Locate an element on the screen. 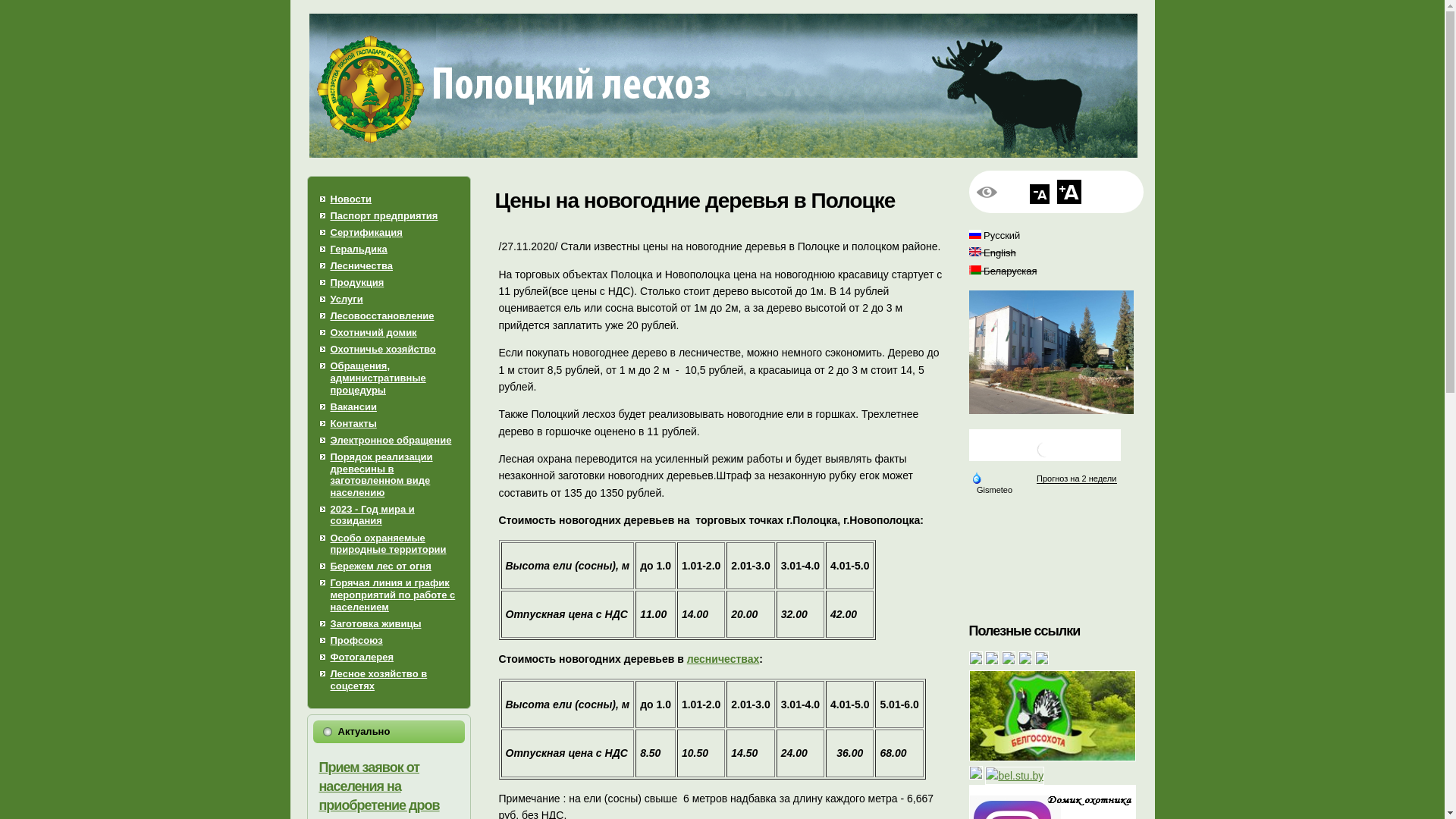 This screenshot has width=1456, height=819. 'English' is located at coordinates (975, 250).